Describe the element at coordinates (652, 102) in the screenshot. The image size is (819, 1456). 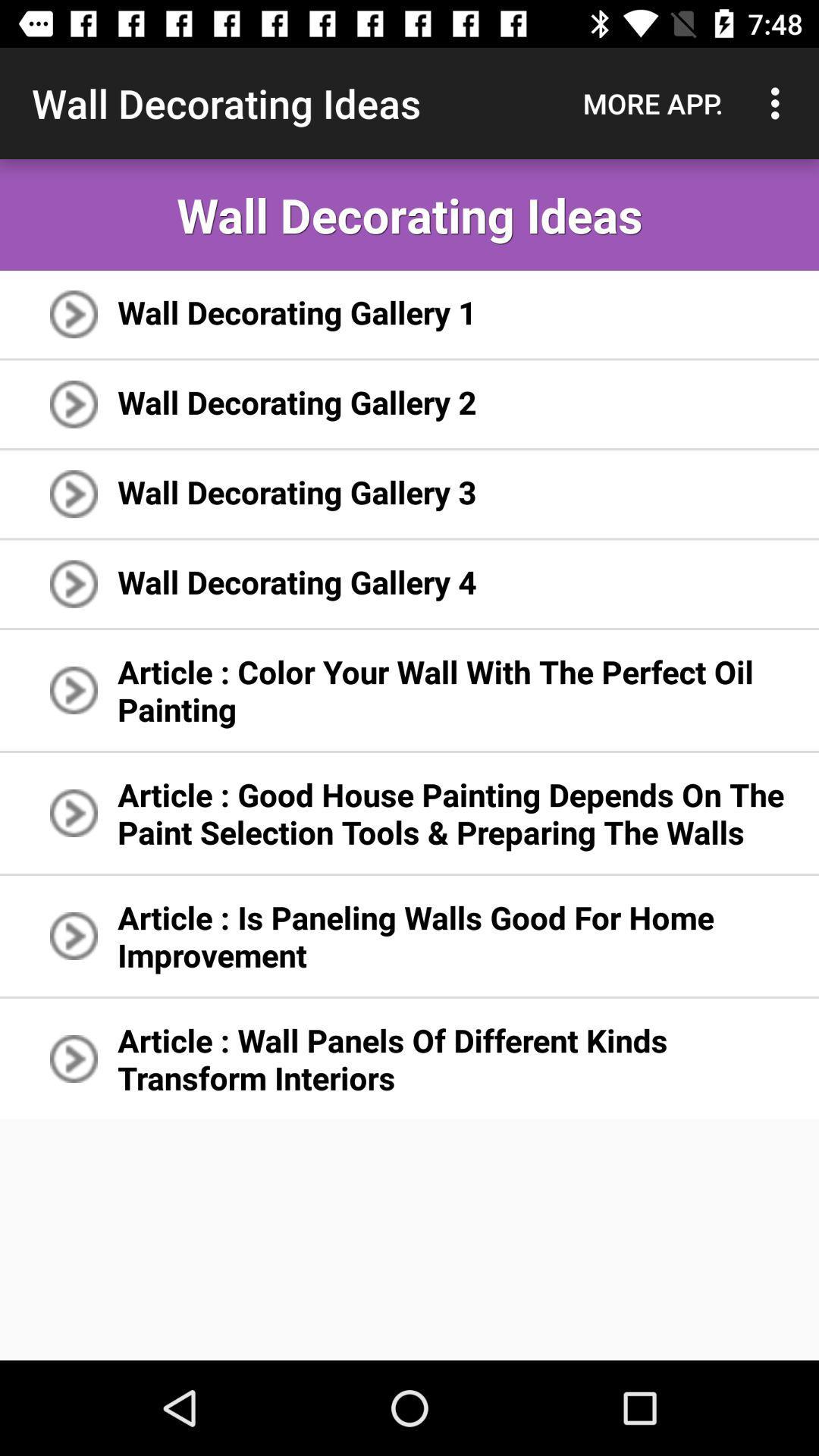
I see `the app next to the wall decorating ideas app` at that location.